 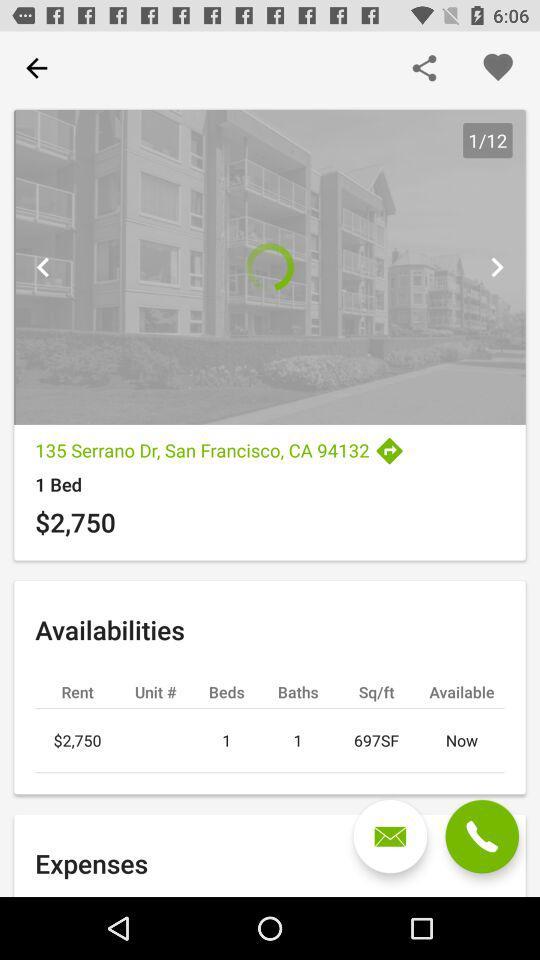 I want to click on previous, so click(x=495, y=266).